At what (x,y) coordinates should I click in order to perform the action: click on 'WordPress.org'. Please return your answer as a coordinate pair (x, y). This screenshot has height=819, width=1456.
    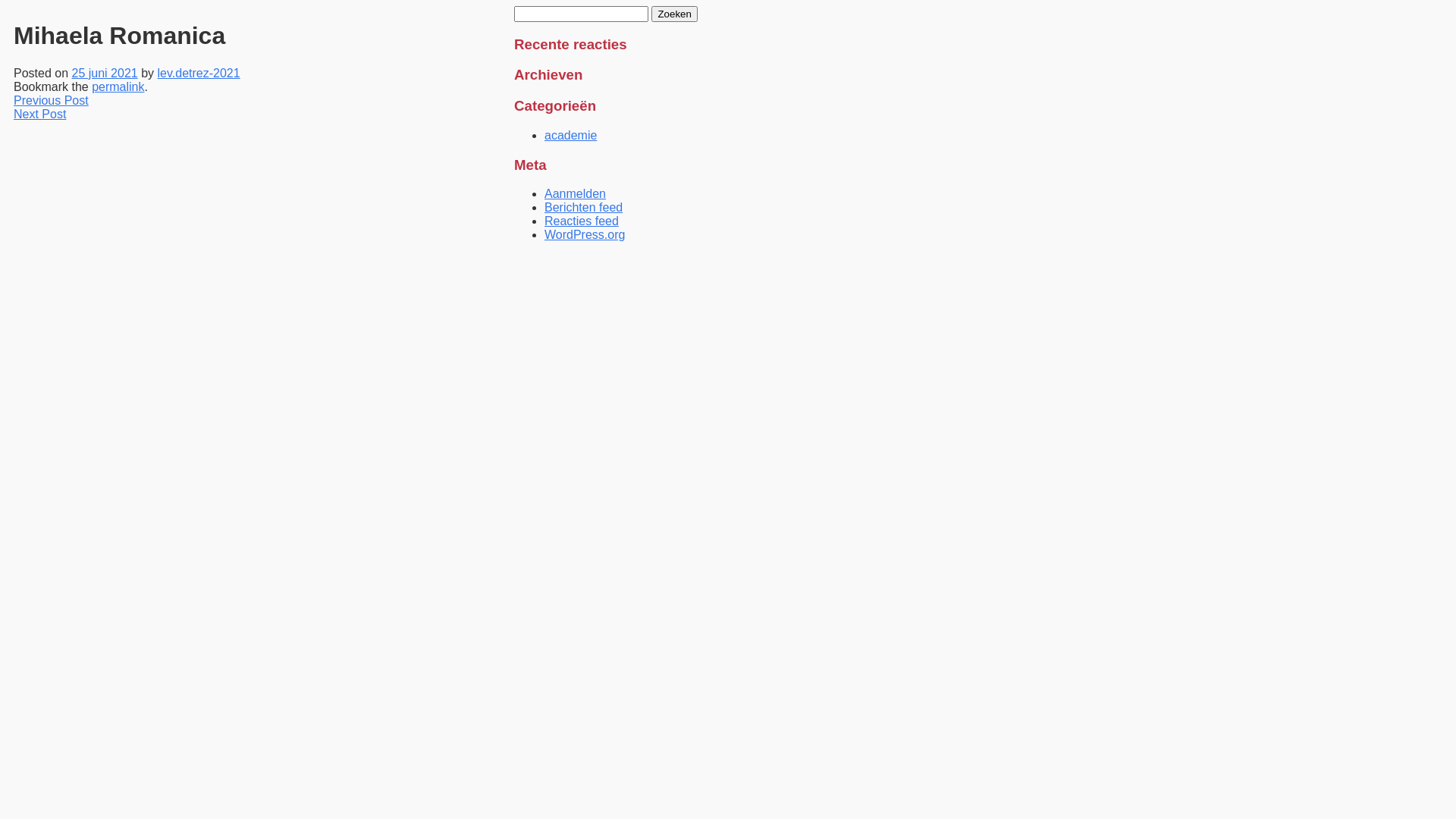
    Looking at the image, I should click on (584, 234).